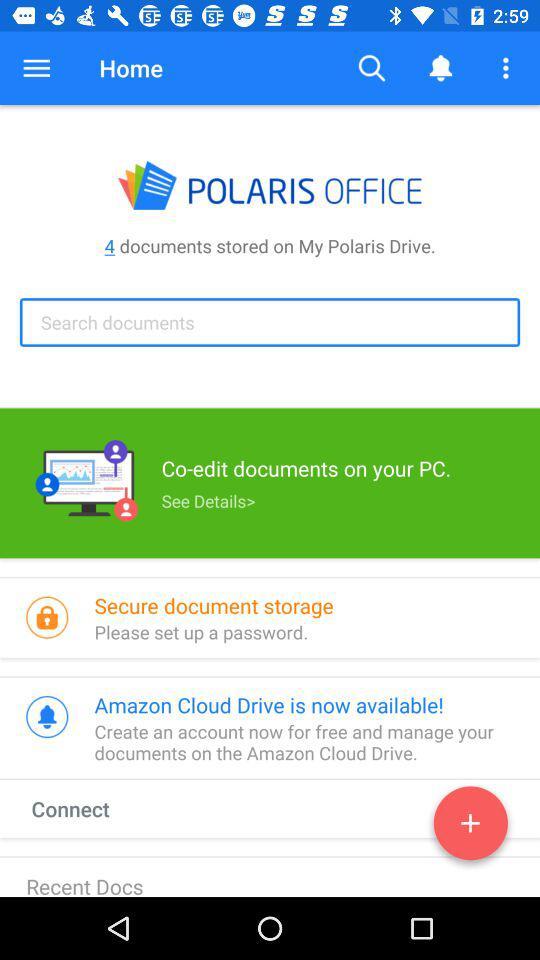 The height and width of the screenshot is (960, 540). What do you see at coordinates (508, 68) in the screenshot?
I see `icon above the 4 documents stored item` at bounding box center [508, 68].